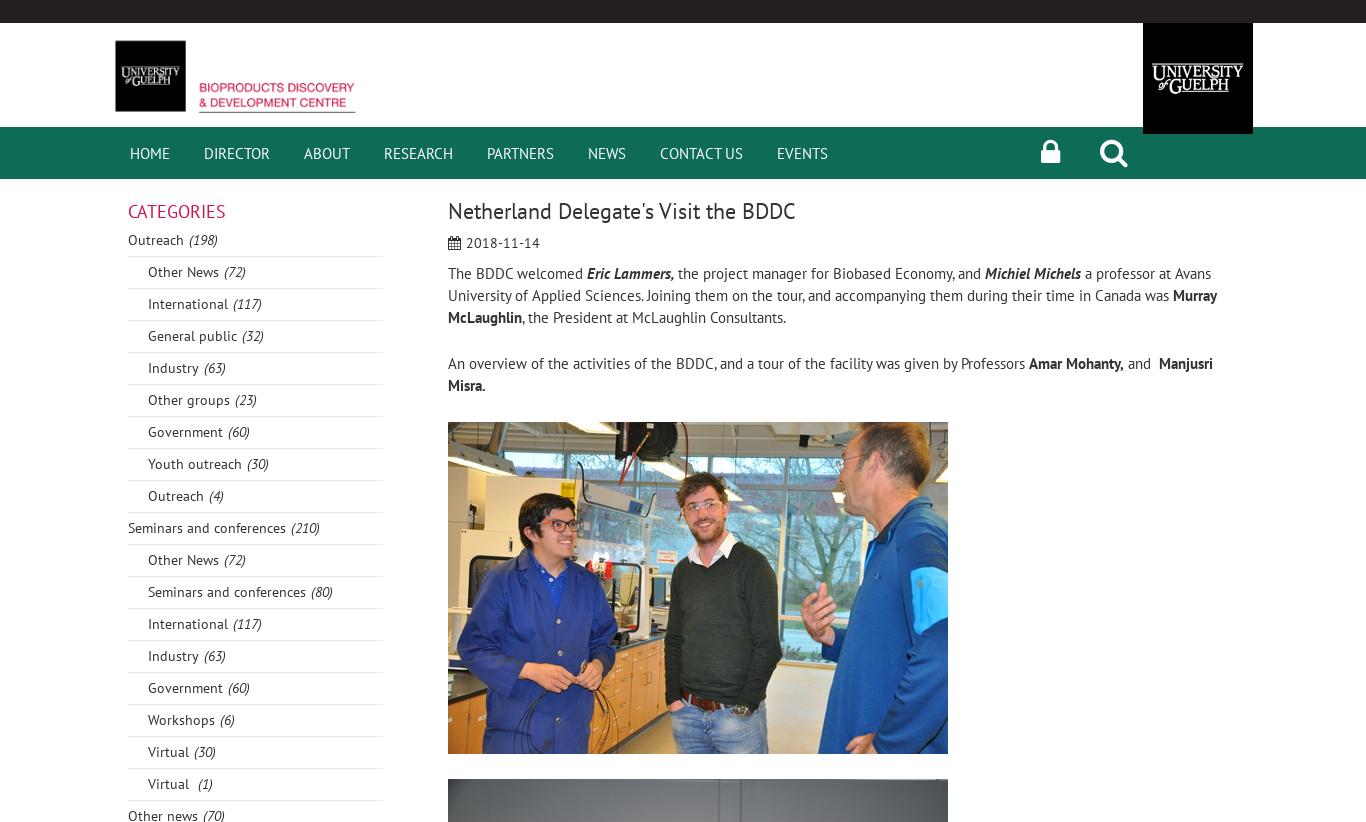  I want to click on 'About', so click(327, 153).